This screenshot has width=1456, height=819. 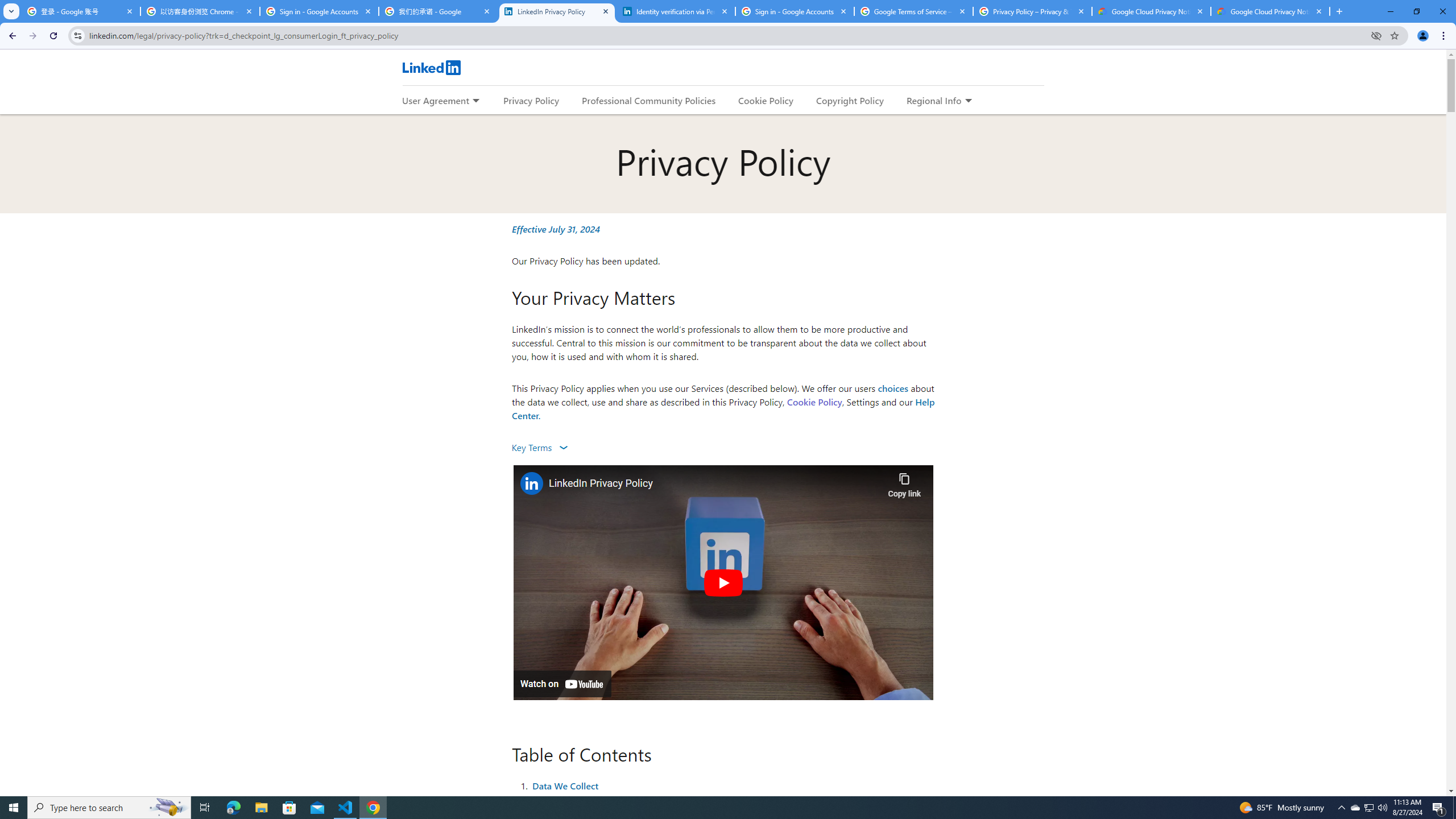 I want to click on 'Expand to show more links for Regional Info', so click(x=967, y=101).